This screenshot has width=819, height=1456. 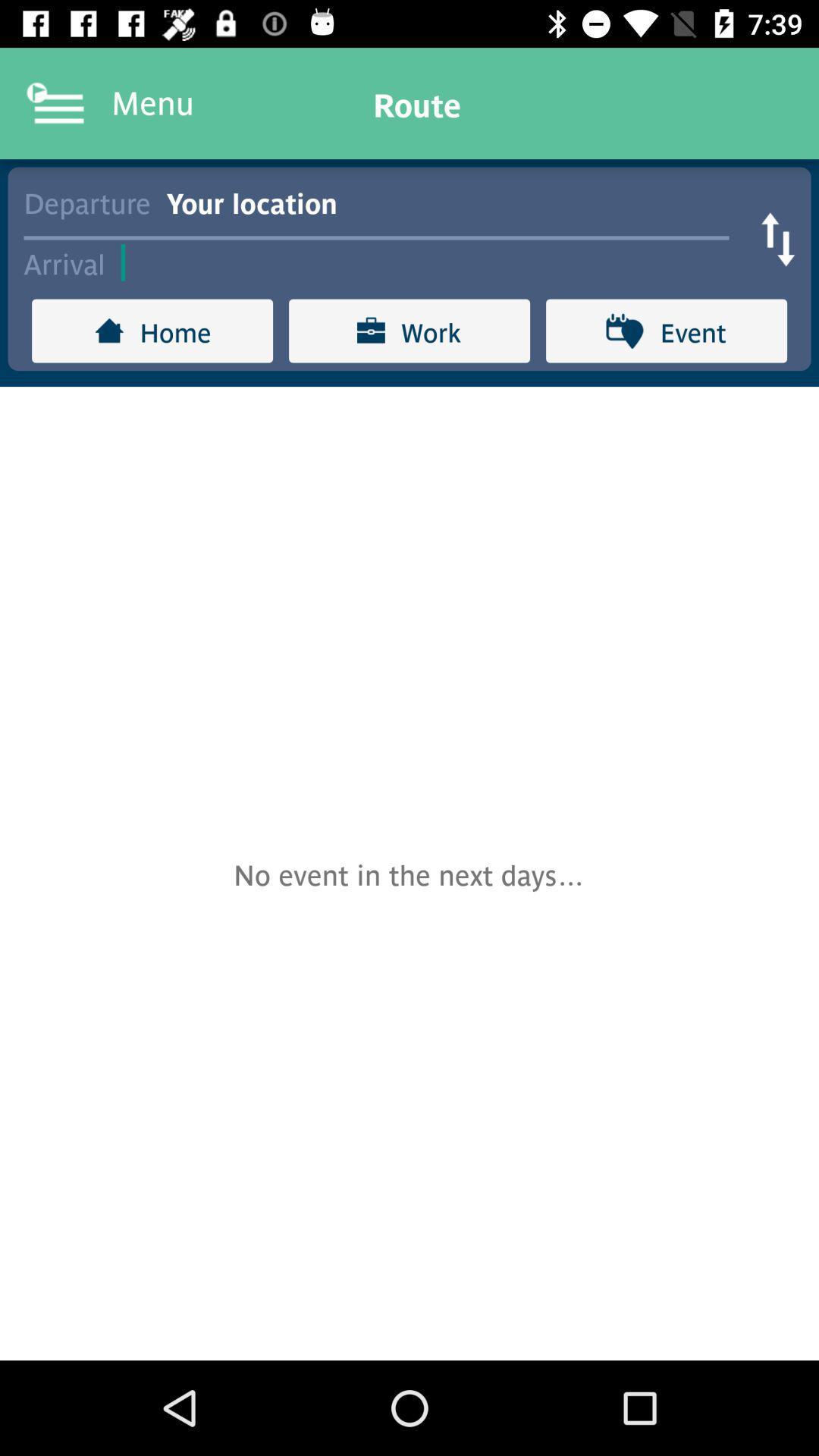 I want to click on the icon next to the departure icon, so click(x=455, y=200).